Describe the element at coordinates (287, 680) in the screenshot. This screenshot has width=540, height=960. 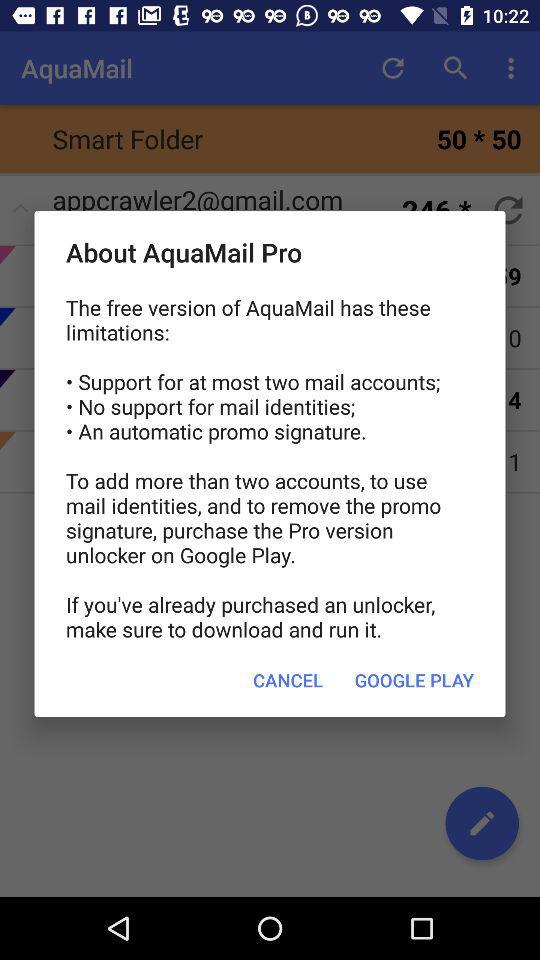
I see `icon below the the free version item` at that location.